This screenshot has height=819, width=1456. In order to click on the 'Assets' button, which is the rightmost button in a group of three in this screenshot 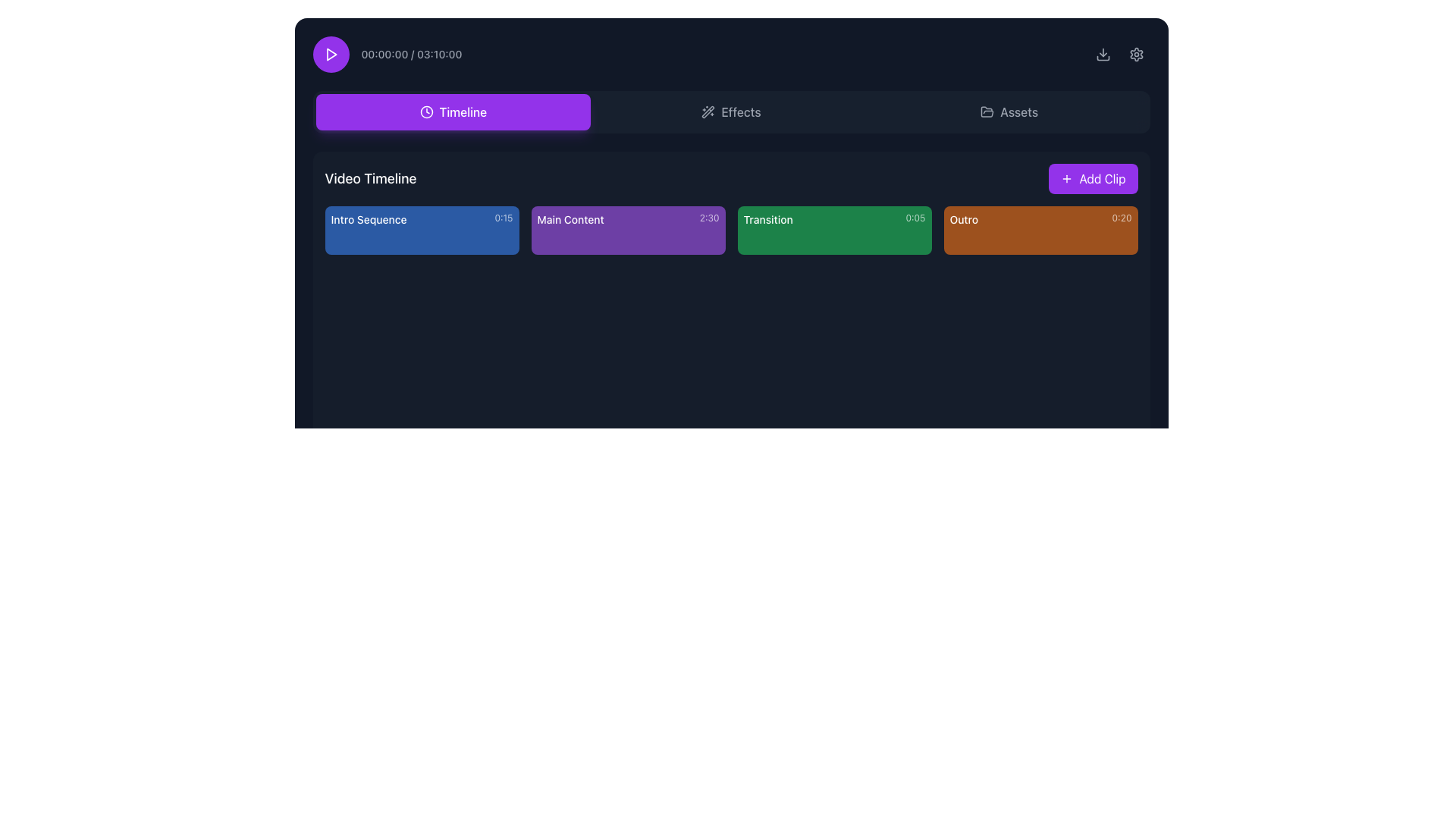, I will do `click(1009, 111)`.